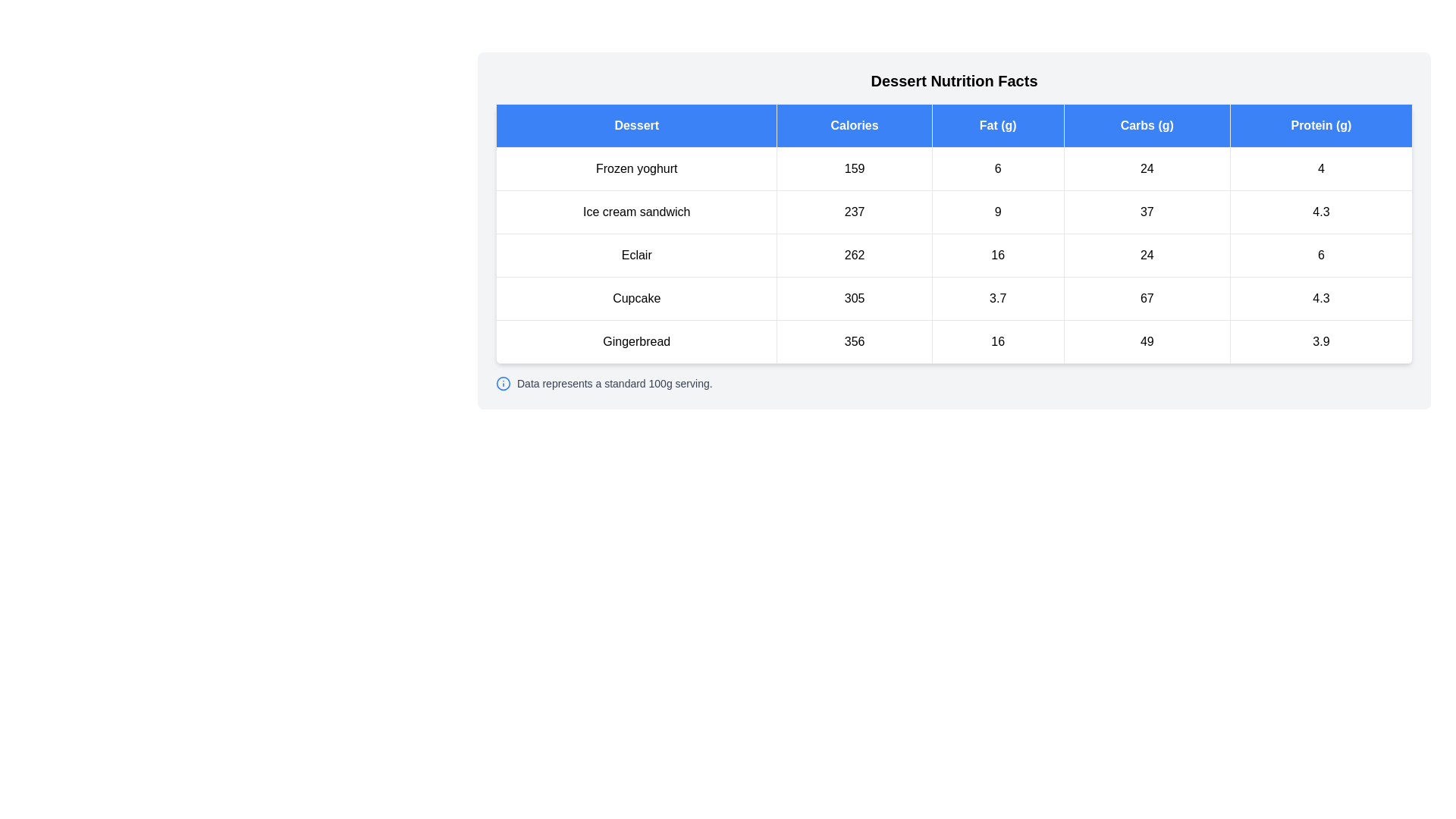  Describe the element at coordinates (953, 342) in the screenshot. I see `the row corresponding to Gingerbread` at that location.